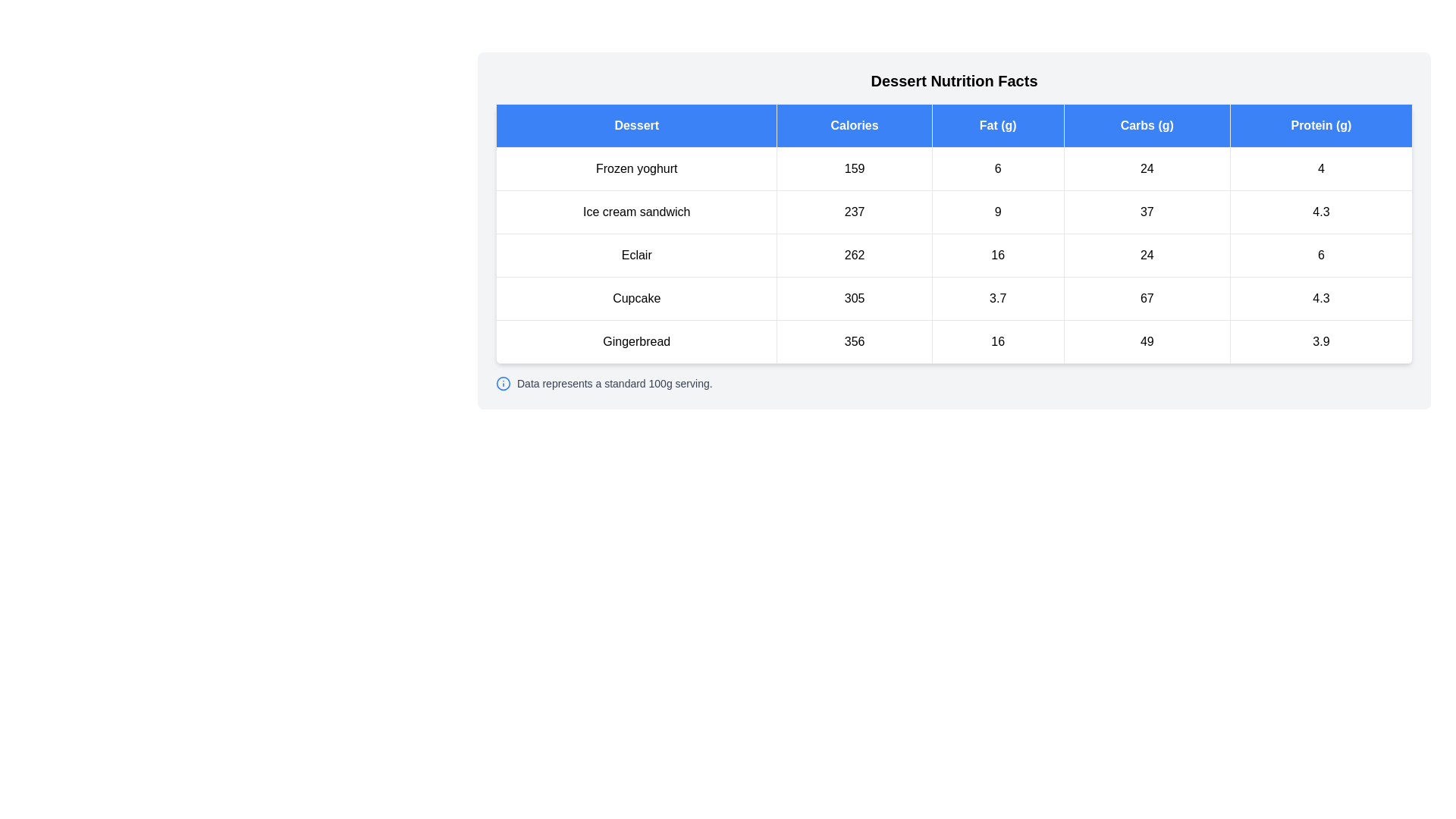  Describe the element at coordinates (953, 342) in the screenshot. I see `the row corresponding to Gingerbread` at that location.